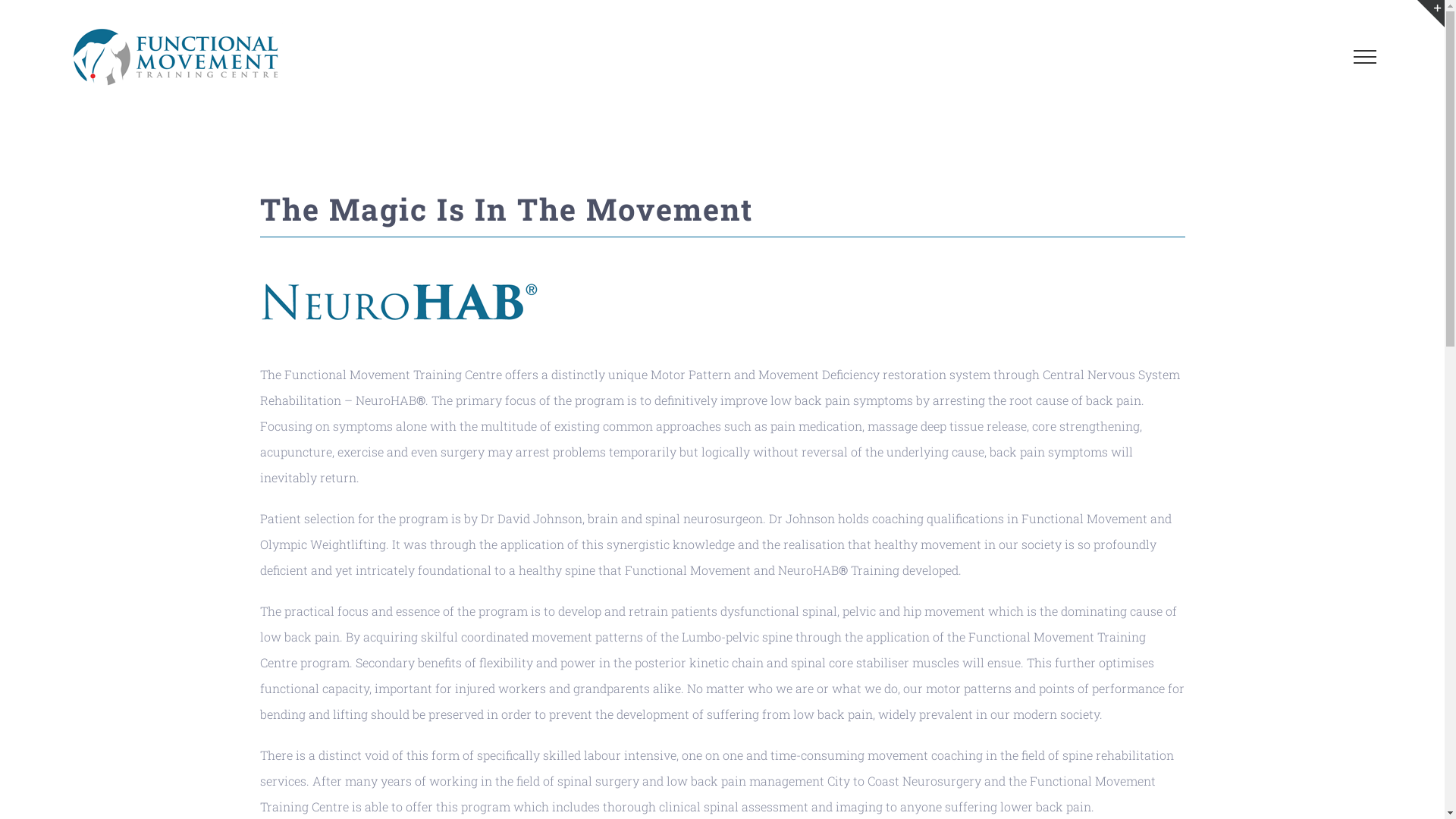  Describe the element at coordinates (1416, 14) in the screenshot. I see `'Toggle Sliding Bar Area'` at that location.